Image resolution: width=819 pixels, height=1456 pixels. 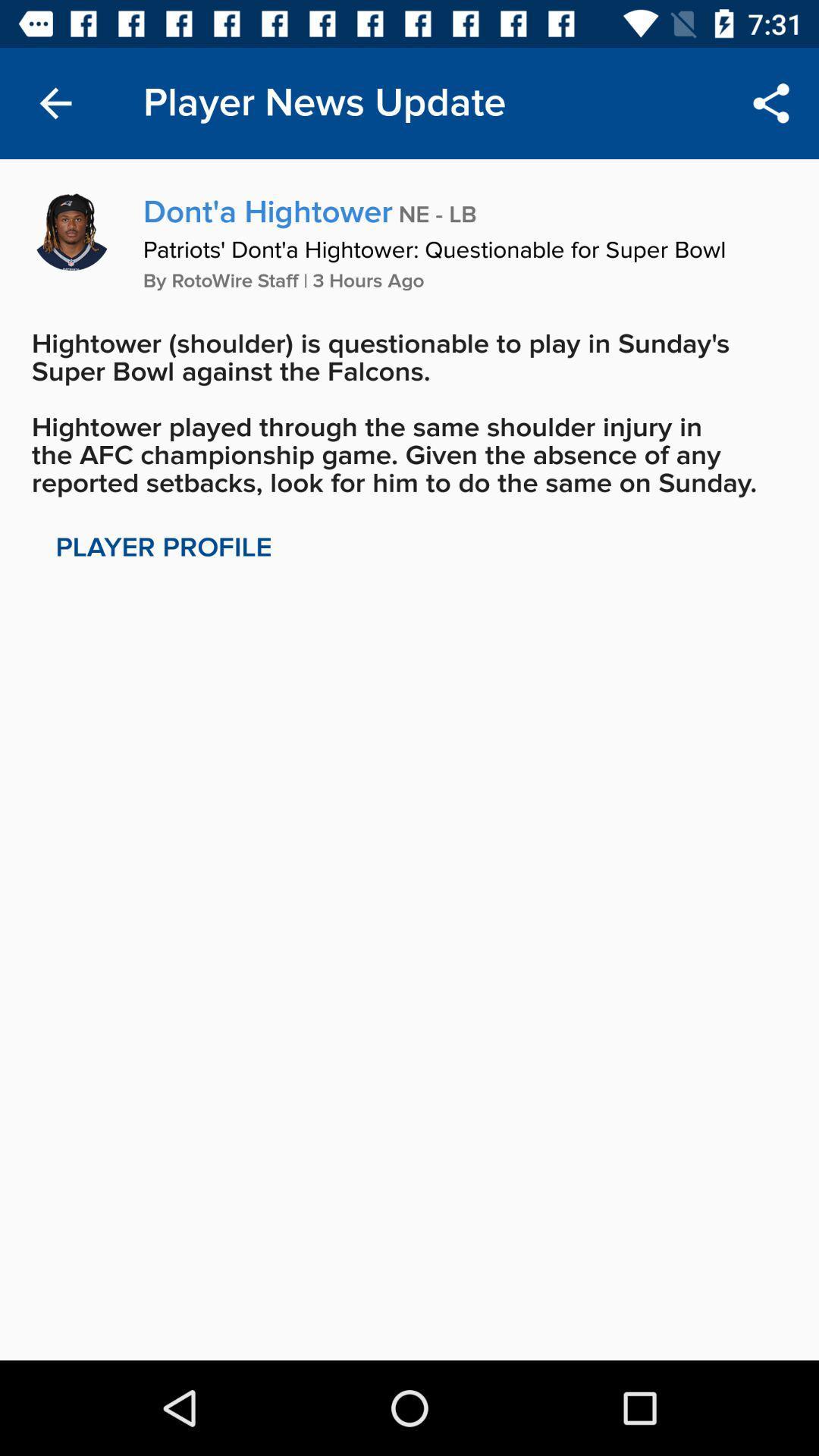 I want to click on the item above player profile icon, so click(x=409, y=413).